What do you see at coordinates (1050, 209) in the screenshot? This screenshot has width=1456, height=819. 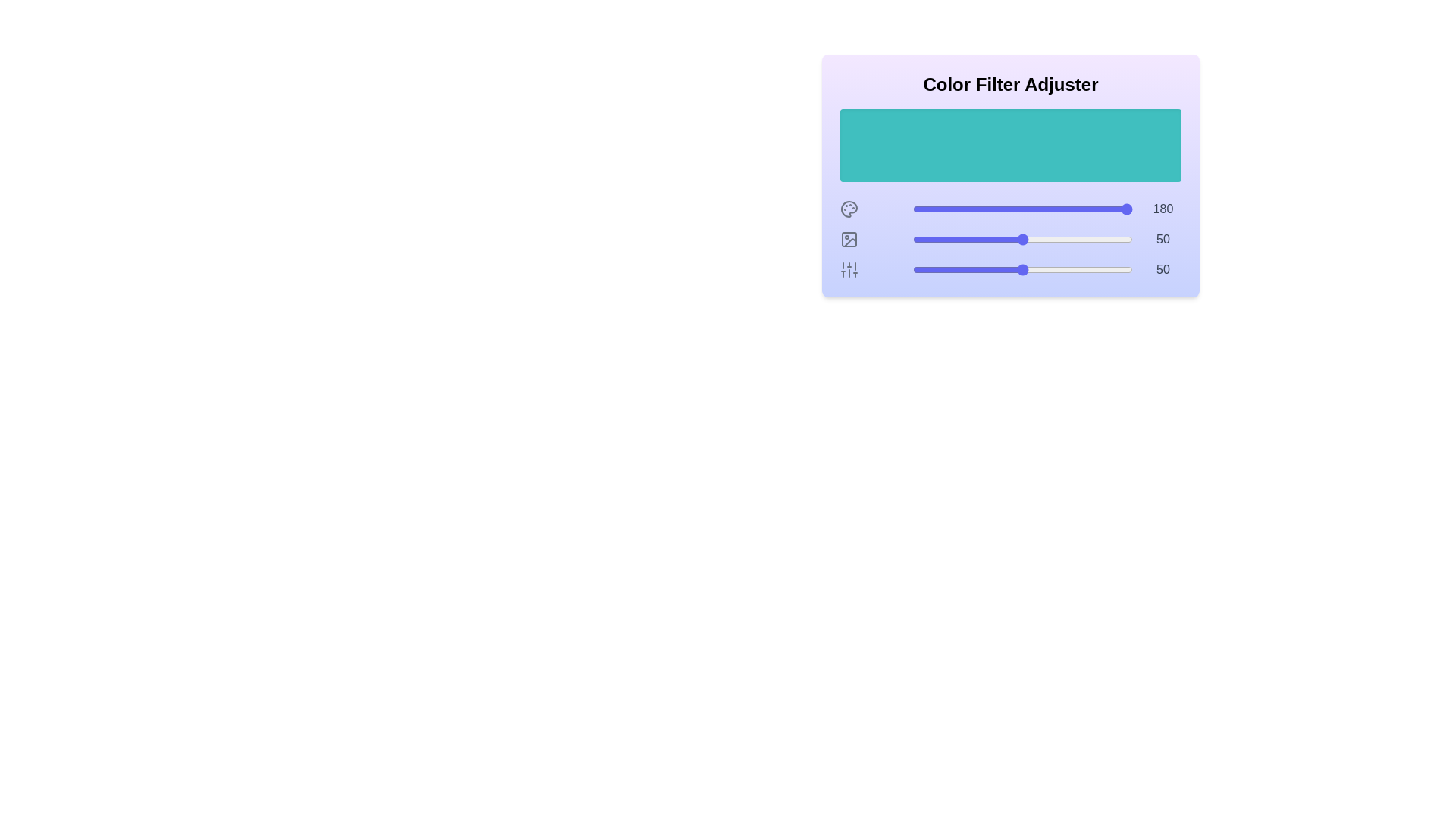 I see `the 0 slider to 63 to observe the color preview area` at bounding box center [1050, 209].